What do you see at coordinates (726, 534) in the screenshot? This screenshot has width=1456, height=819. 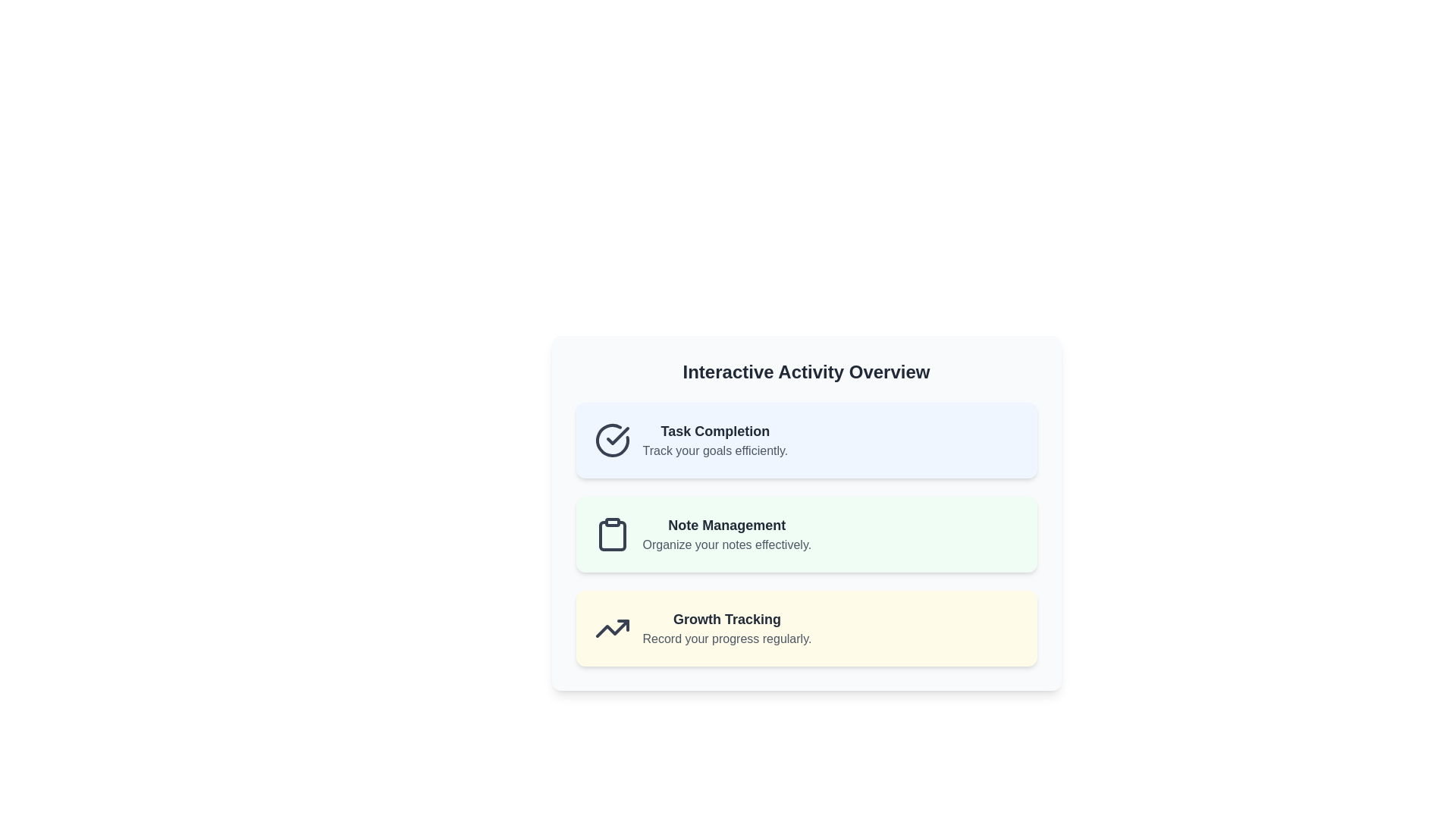 I see `the informational card titled 'Note Management', which is displayed in a bold font with the description 'Organize your notes effectively.'` at bounding box center [726, 534].